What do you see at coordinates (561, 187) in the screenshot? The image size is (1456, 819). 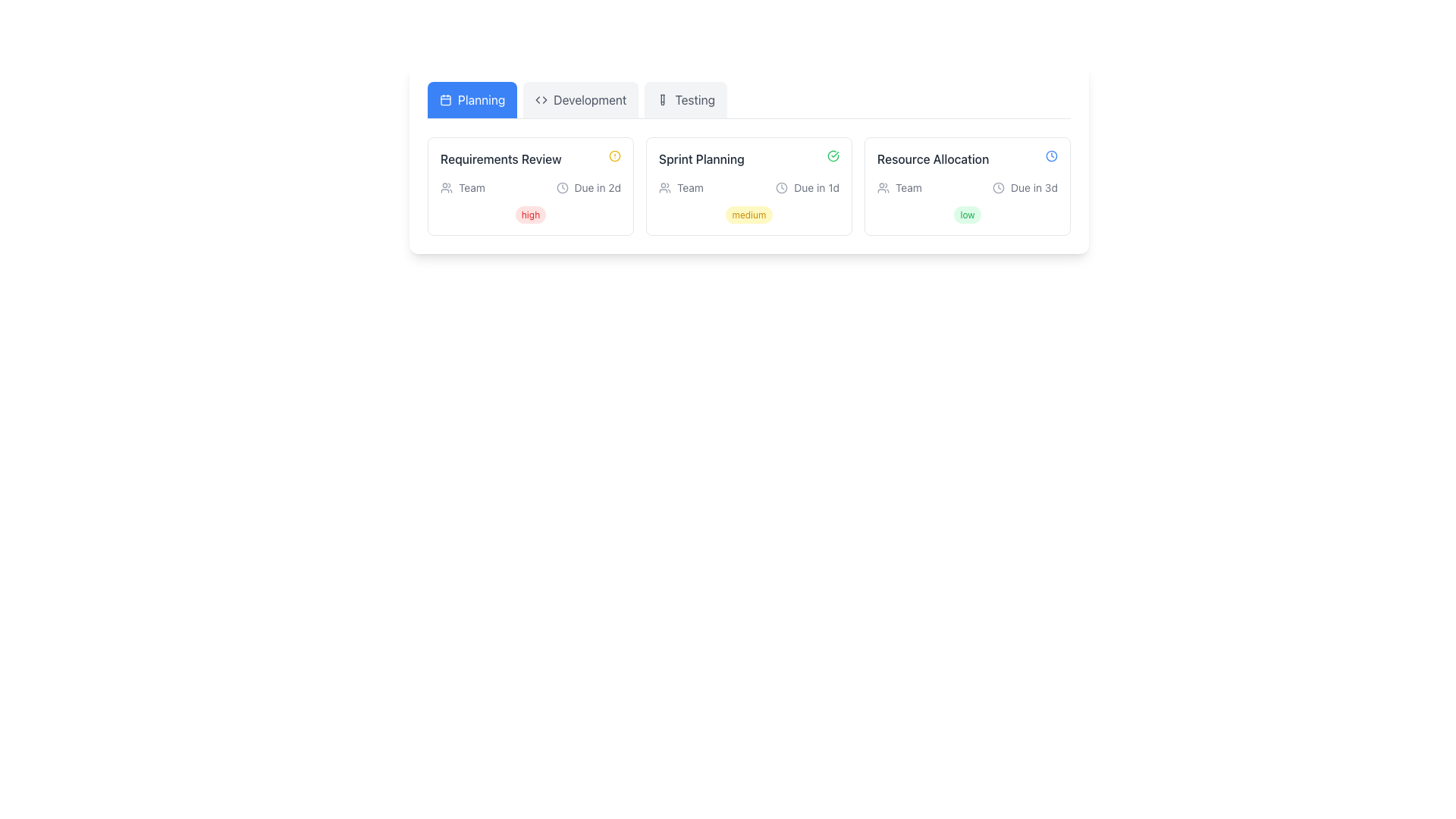 I see `the clock SVG icon that indicates time or due dates, located to the left of the text 'Due in 2d'` at bounding box center [561, 187].